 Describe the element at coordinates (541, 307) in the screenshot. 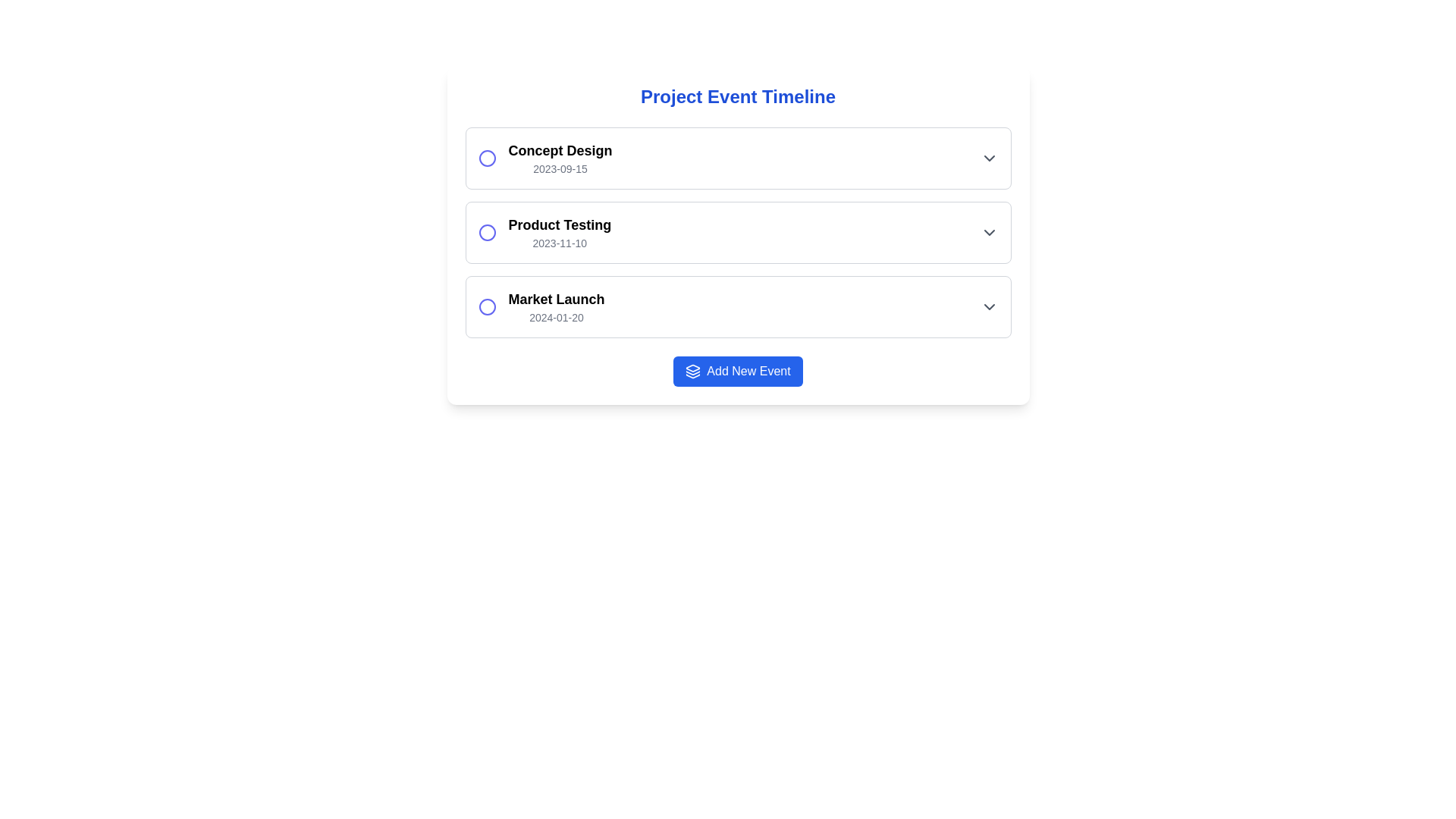

I see `the 'Market Launch' milestone item in the timeline list, which is the third item and located between 'Product Testing' and the 'Add New Event' button` at that location.